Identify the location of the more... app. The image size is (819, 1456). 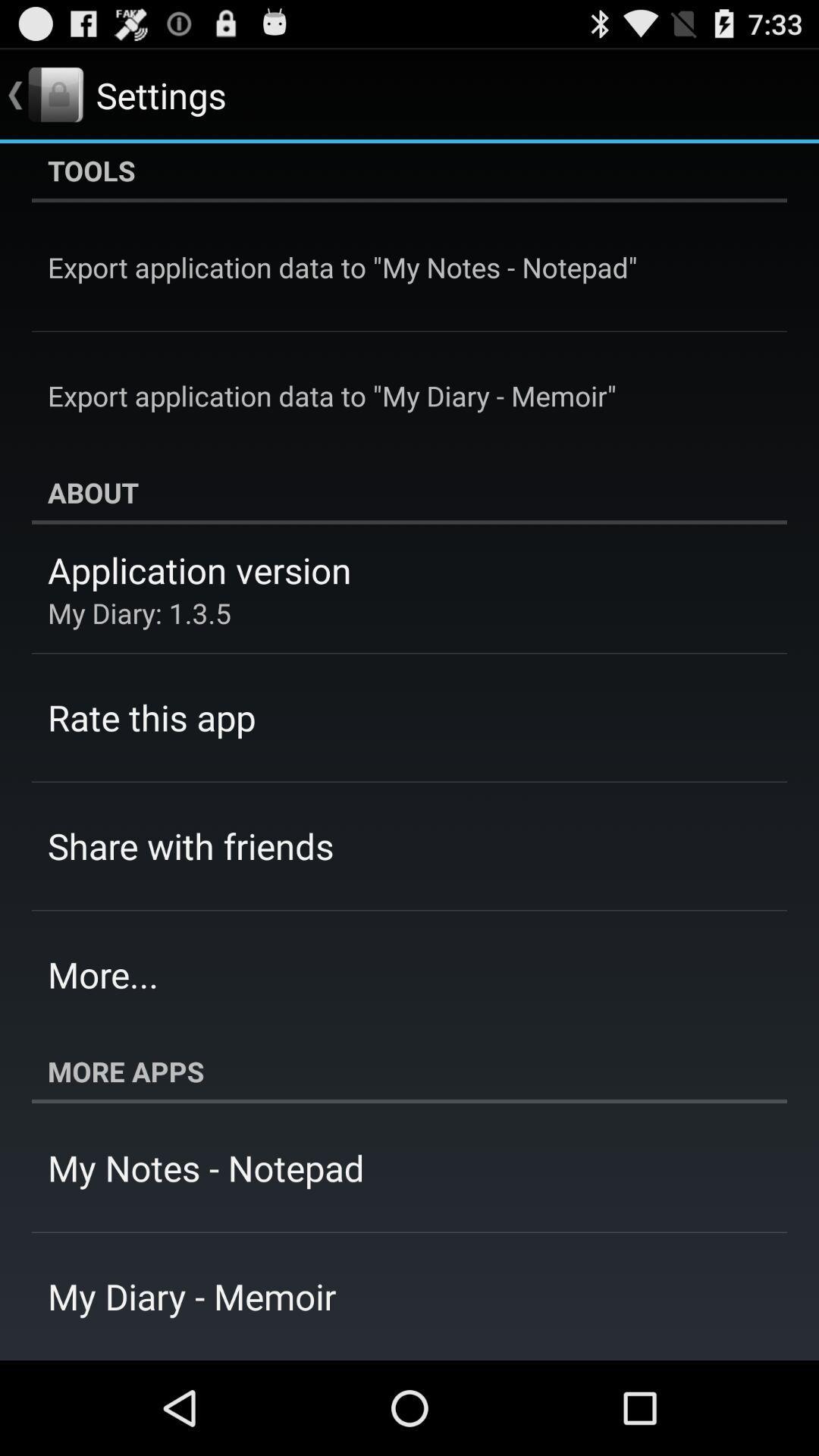
(102, 974).